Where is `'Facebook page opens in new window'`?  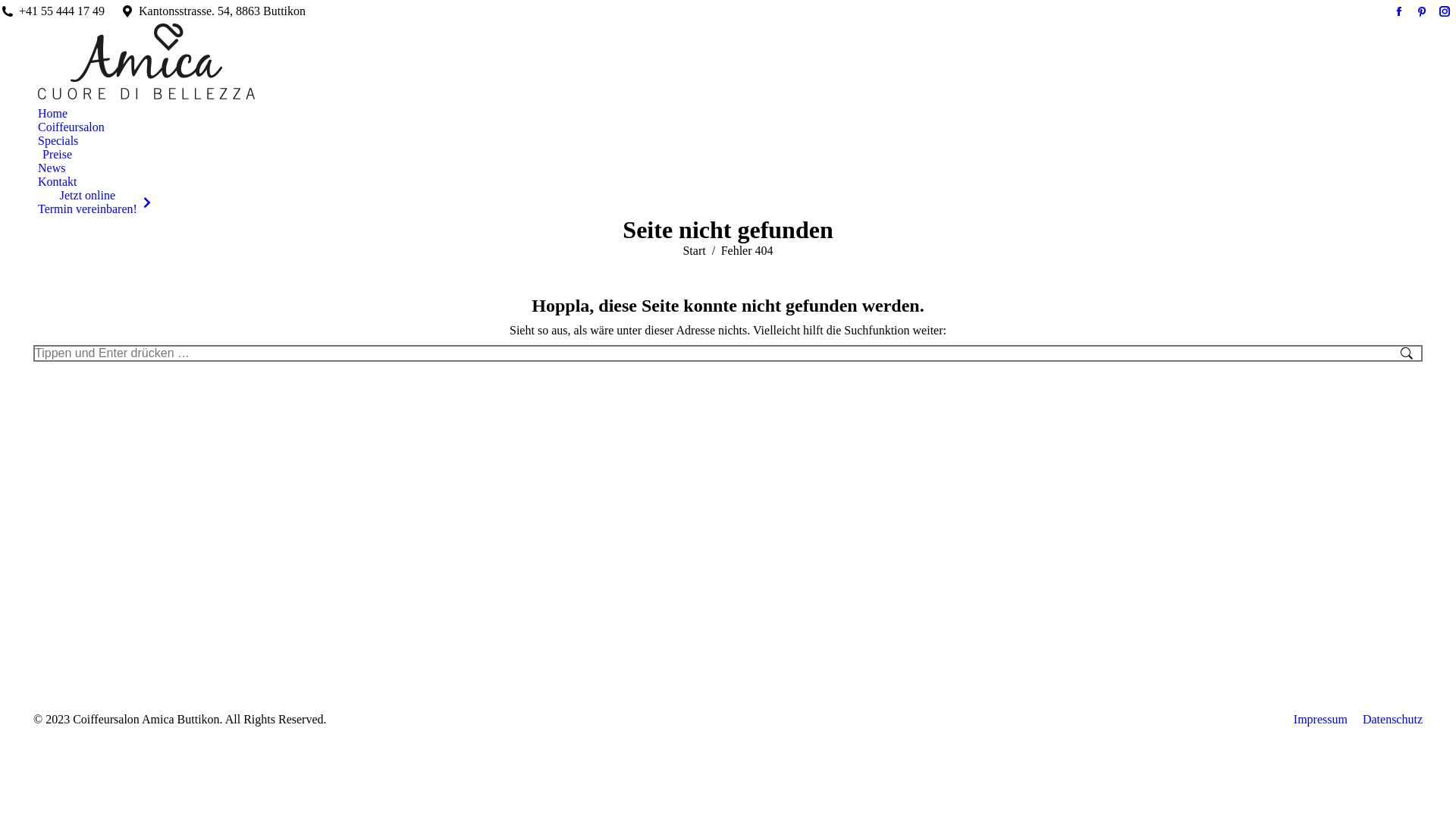 'Facebook page opens in new window' is located at coordinates (1398, 11).